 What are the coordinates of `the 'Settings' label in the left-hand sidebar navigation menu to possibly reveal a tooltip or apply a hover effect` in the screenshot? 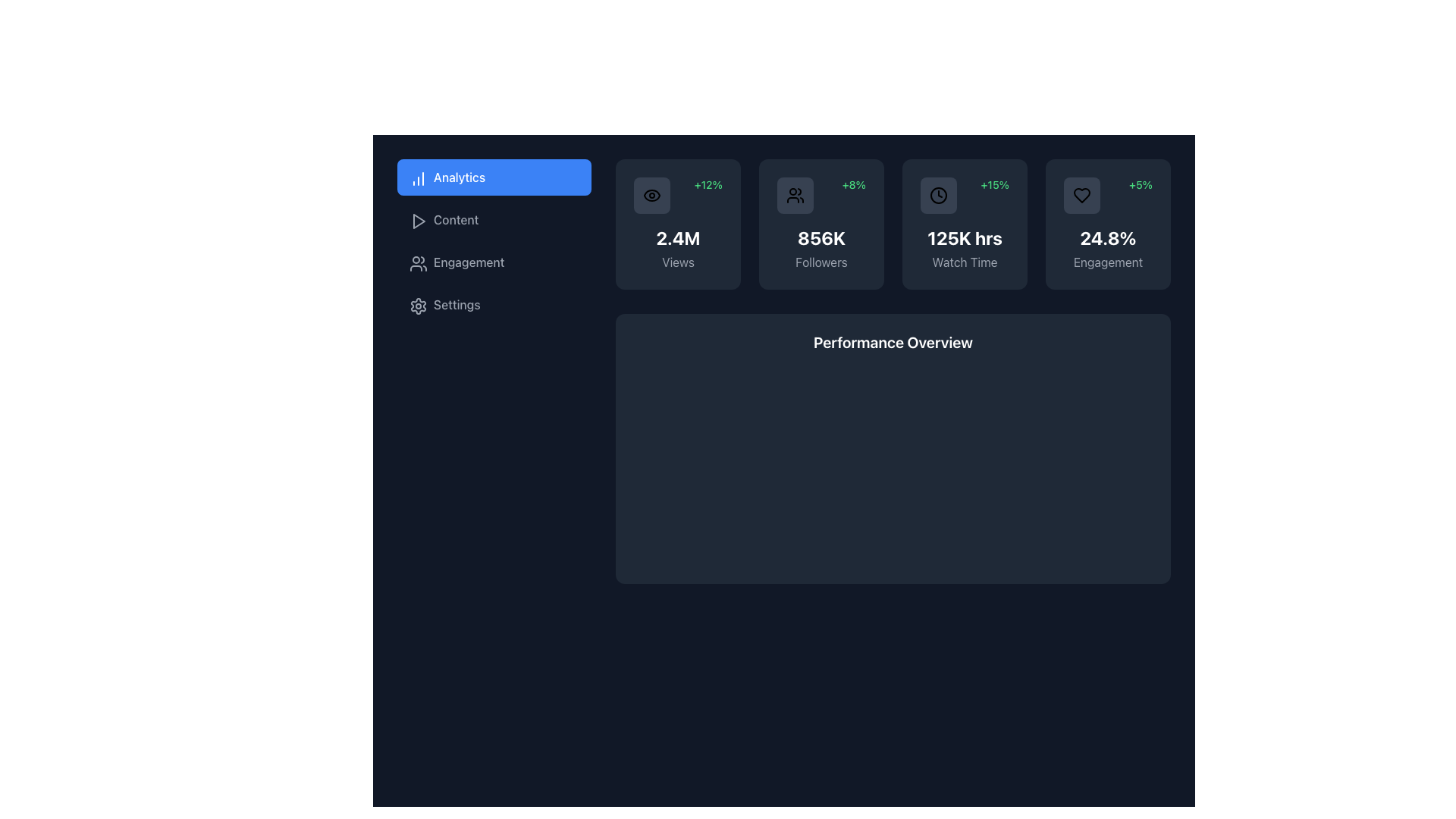 It's located at (456, 304).